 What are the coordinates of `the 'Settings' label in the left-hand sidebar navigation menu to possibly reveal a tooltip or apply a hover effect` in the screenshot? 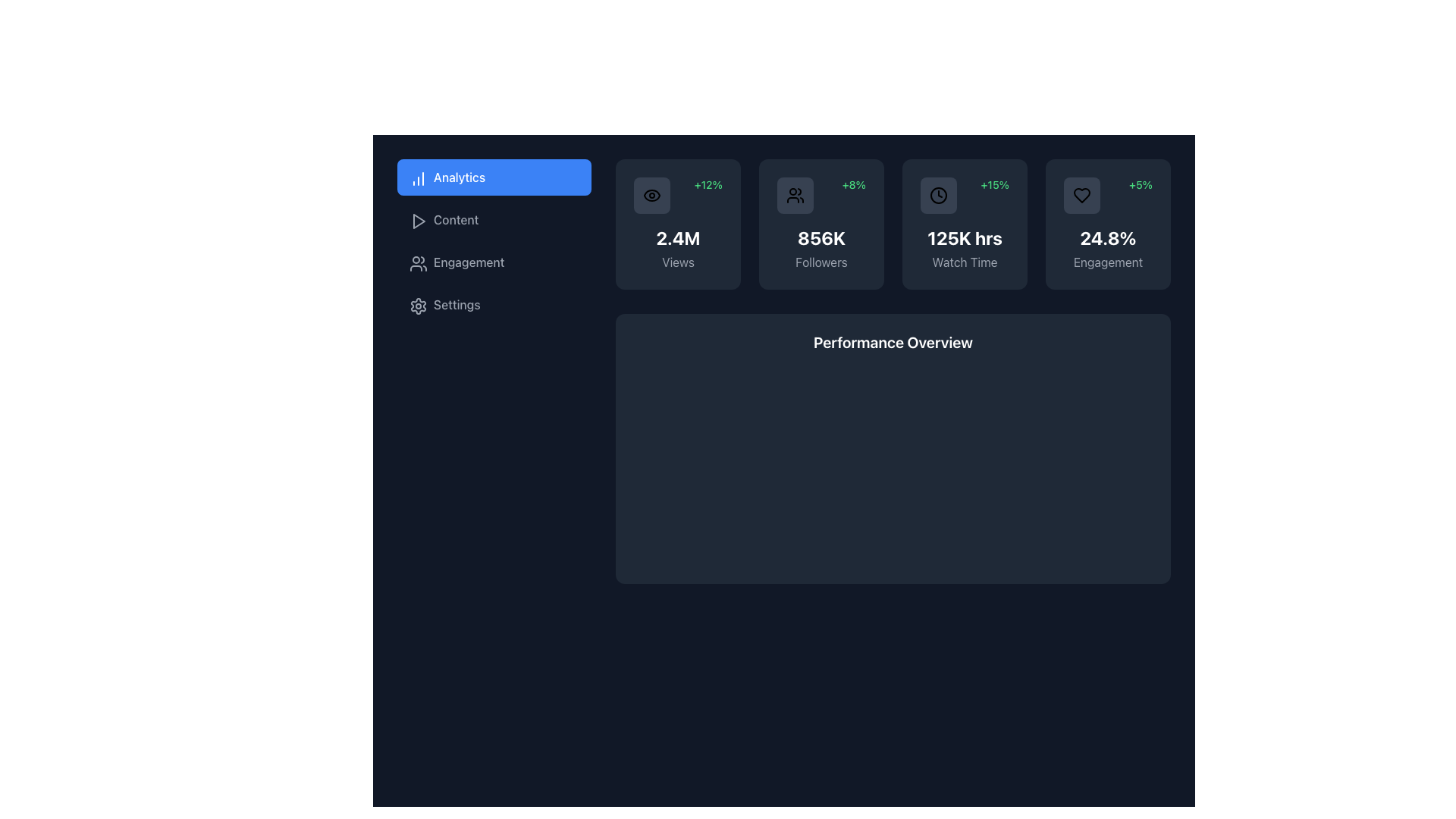 It's located at (456, 304).